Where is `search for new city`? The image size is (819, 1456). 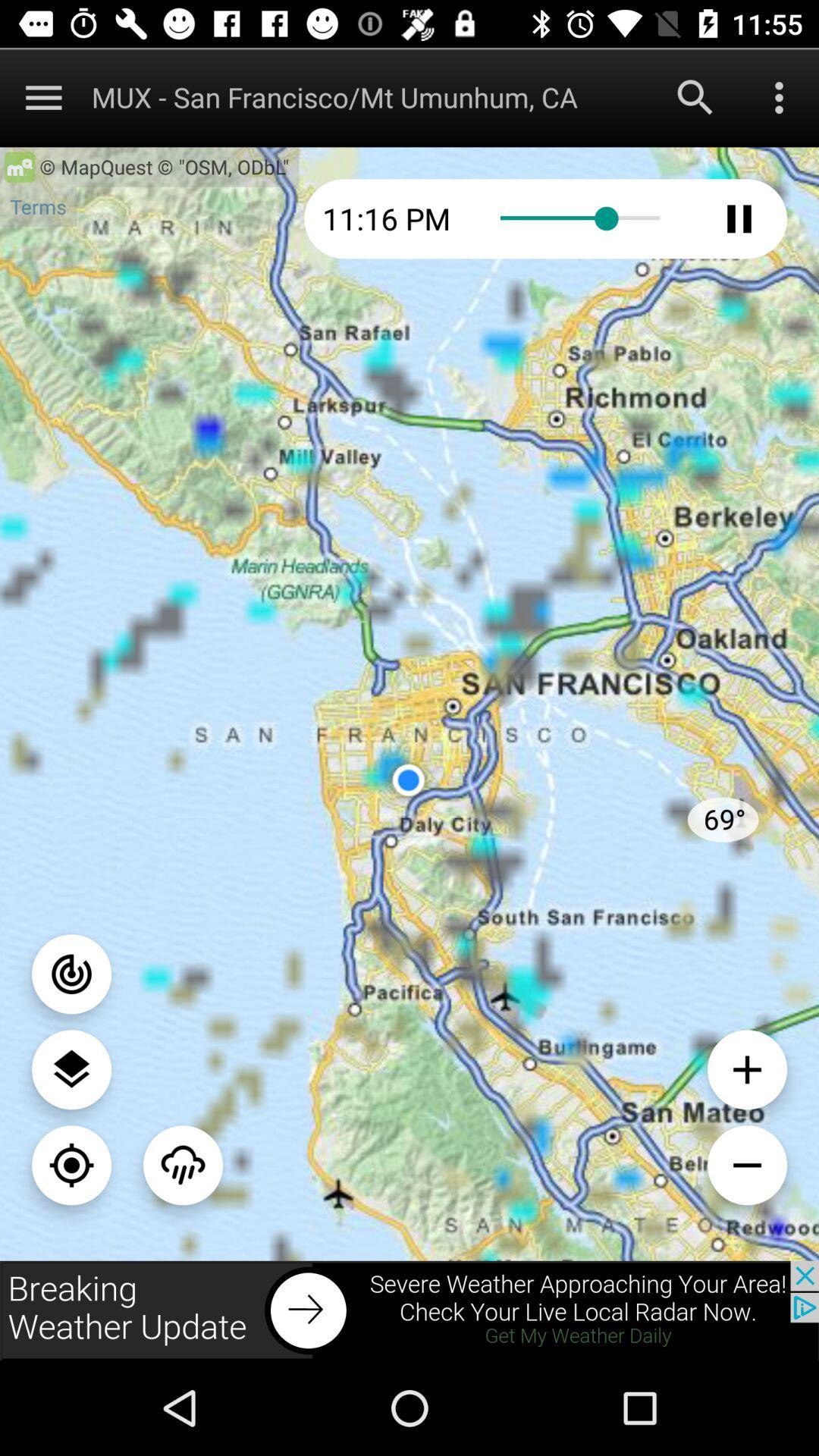 search for new city is located at coordinates (695, 96).